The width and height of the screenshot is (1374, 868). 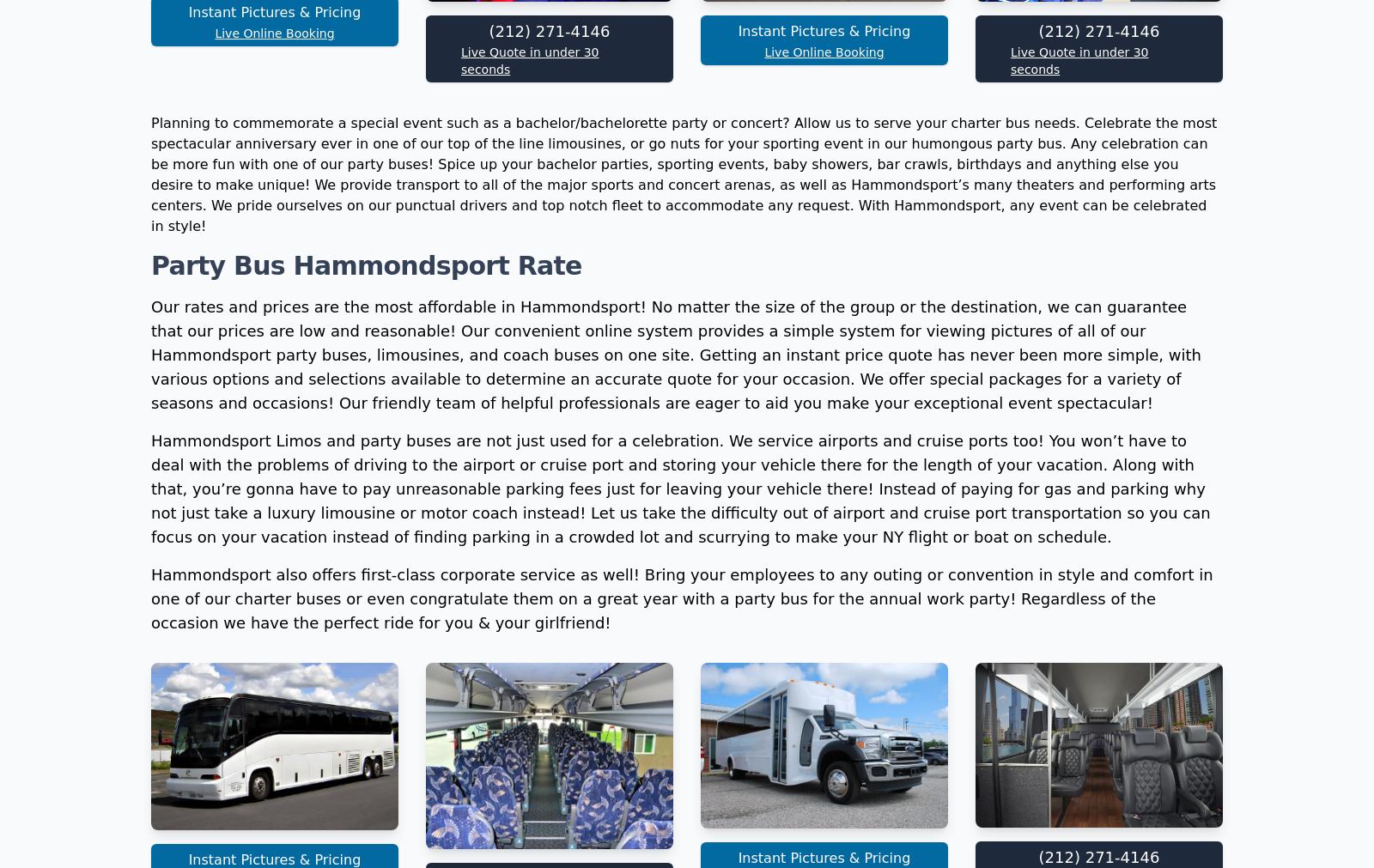 I want to click on 'Party Bus Hammondsport Rate', so click(x=365, y=495).